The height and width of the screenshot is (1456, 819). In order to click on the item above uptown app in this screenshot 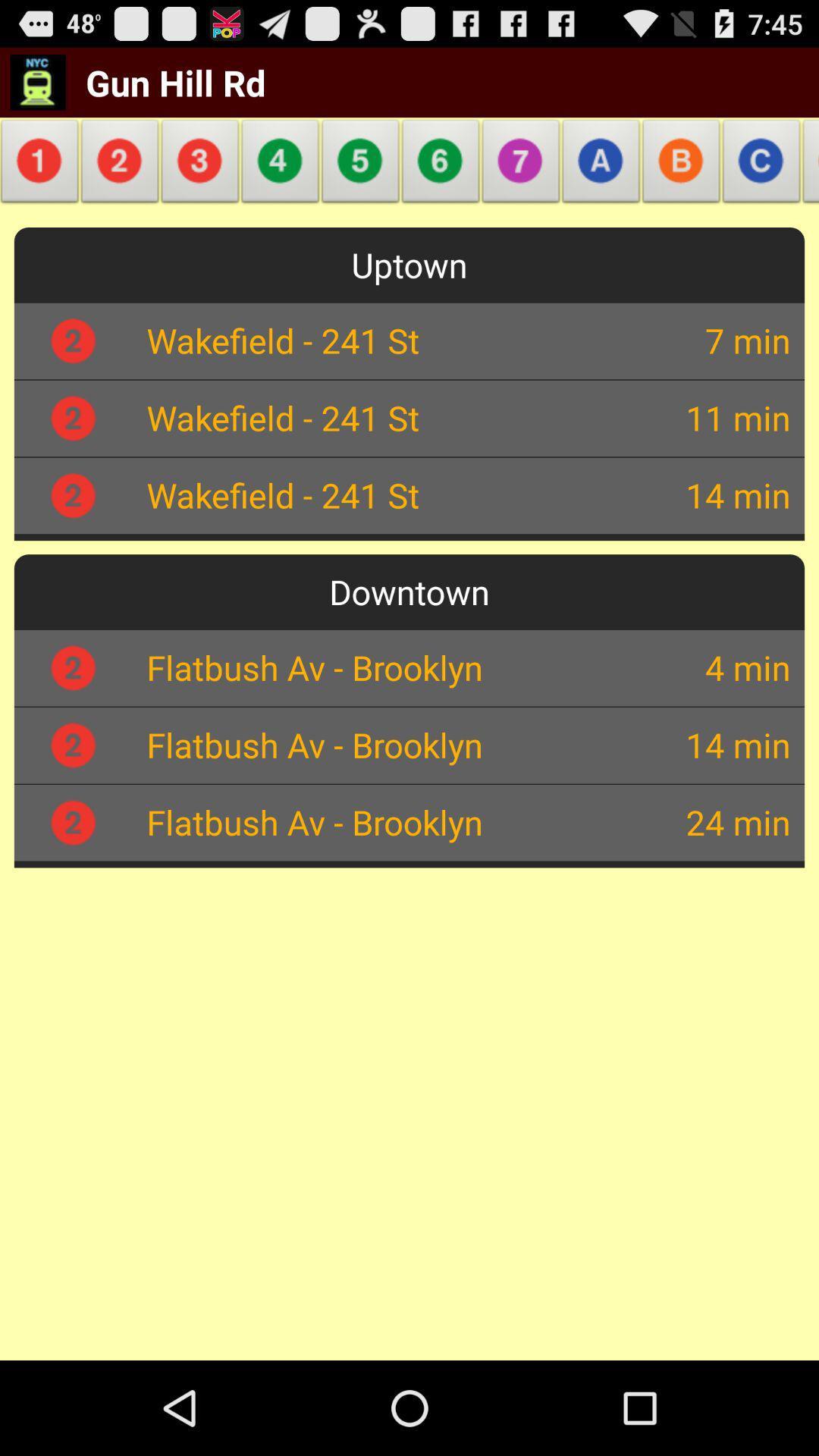, I will do `click(199, 165)`.